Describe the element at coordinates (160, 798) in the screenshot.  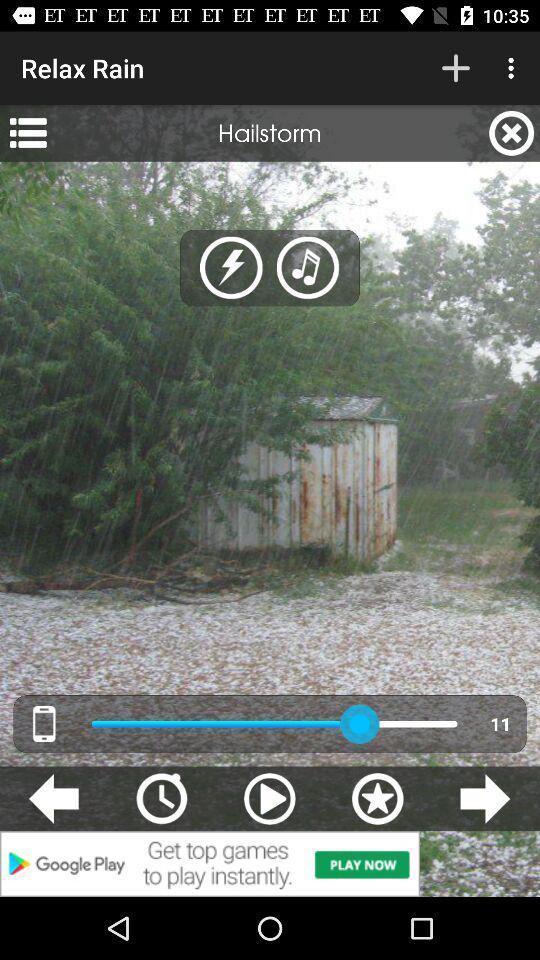
I see `the time icon` at that location.